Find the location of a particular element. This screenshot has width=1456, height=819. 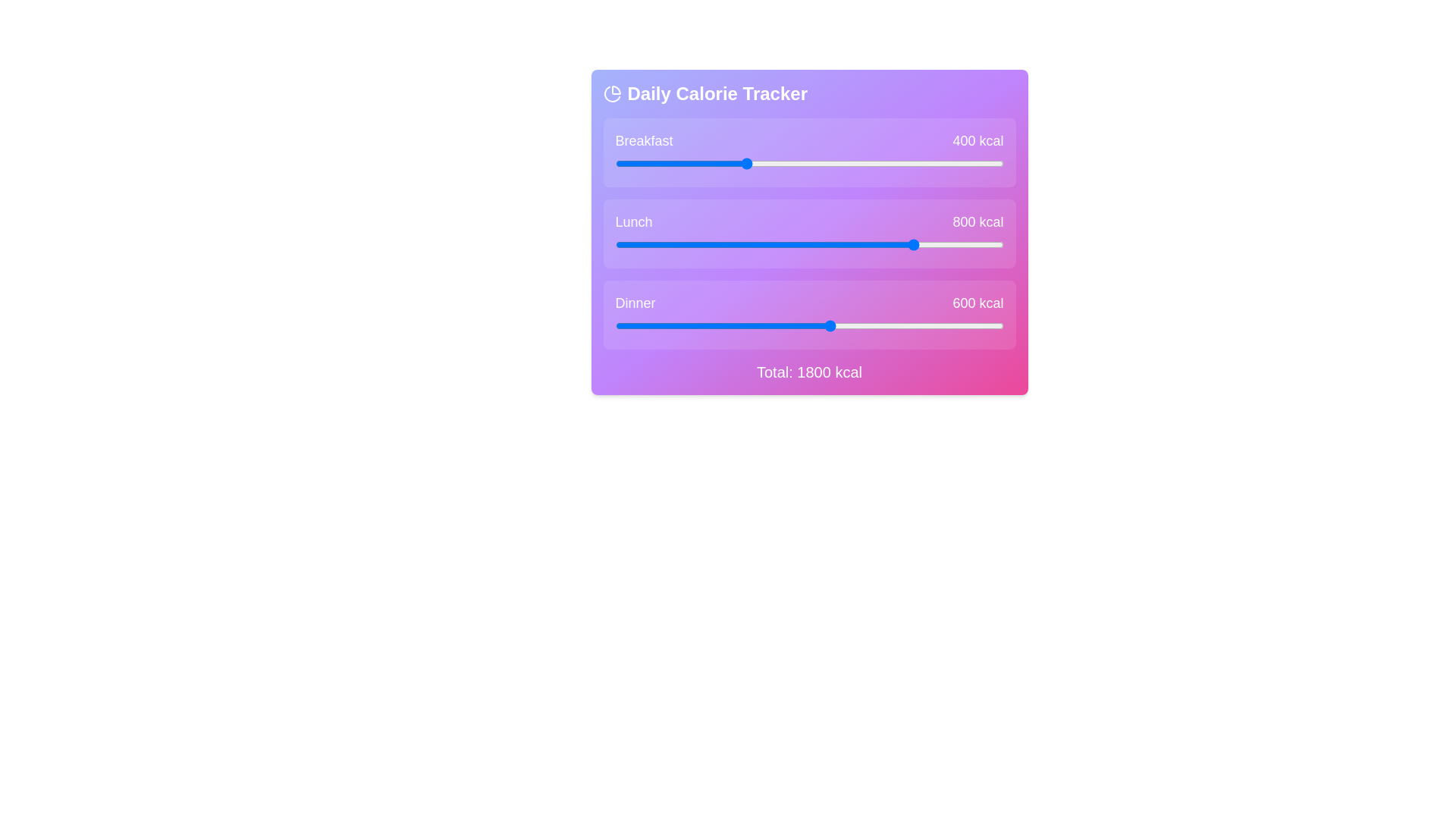

the dinner calorie slider is located at coordinates (869, 325).